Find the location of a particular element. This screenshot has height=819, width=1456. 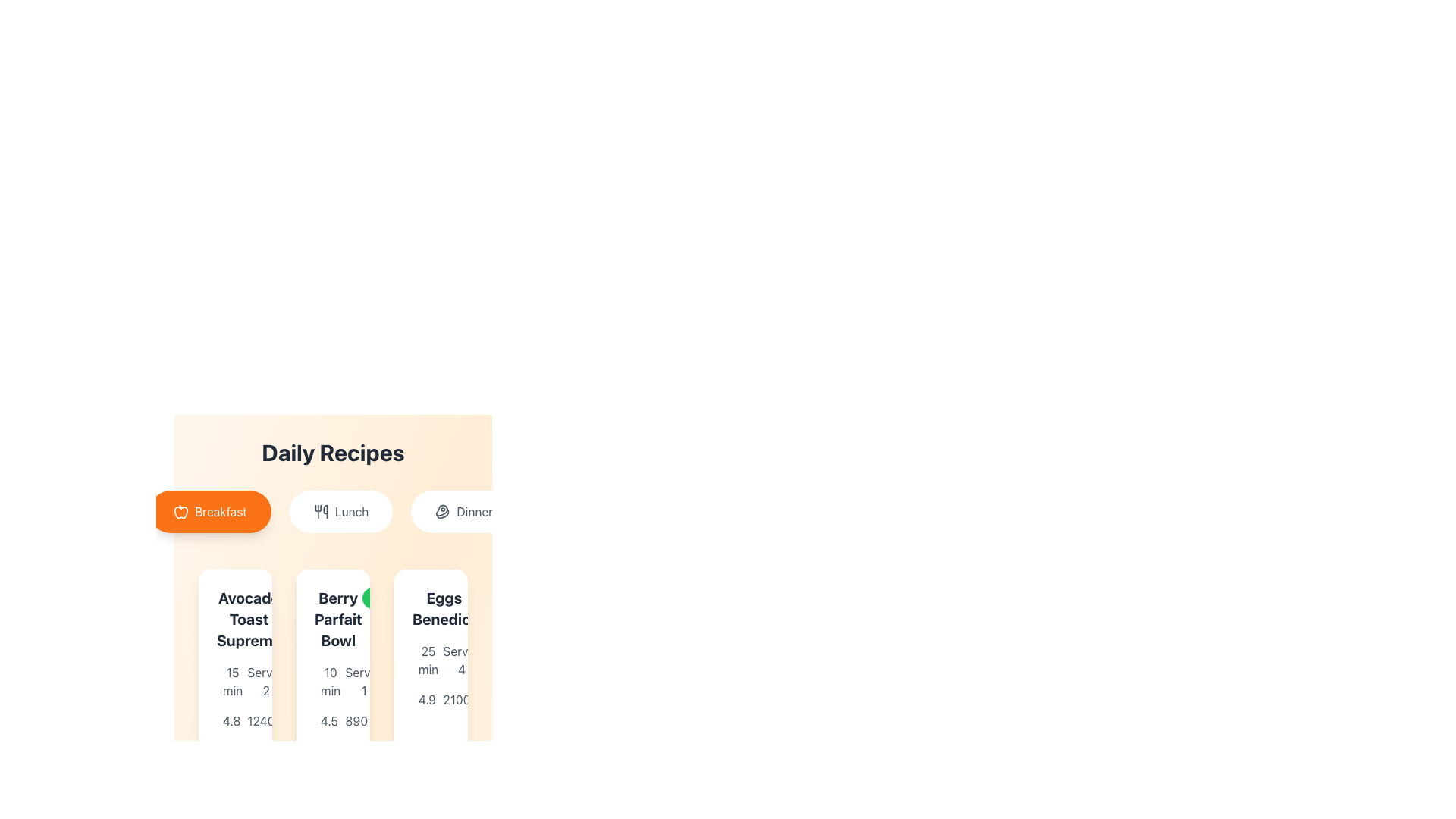

displayed rating value from the rating display component located at the bottom of the 'Berry Parfait Bowl' recipe card is located at coordinates (320, 720).